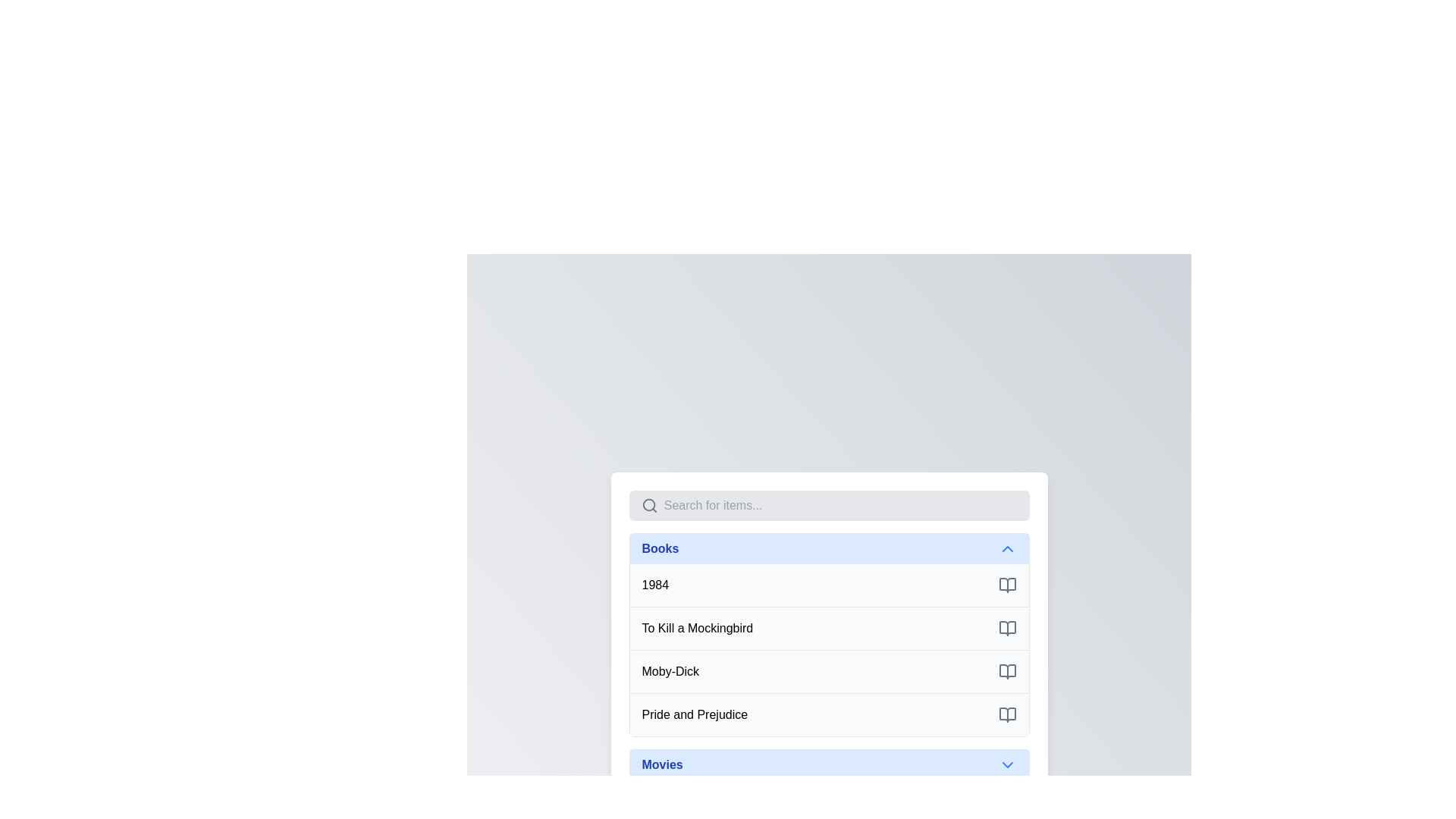  I want to click on the static text label '1984' that indicates an entry, so click(655, 584).